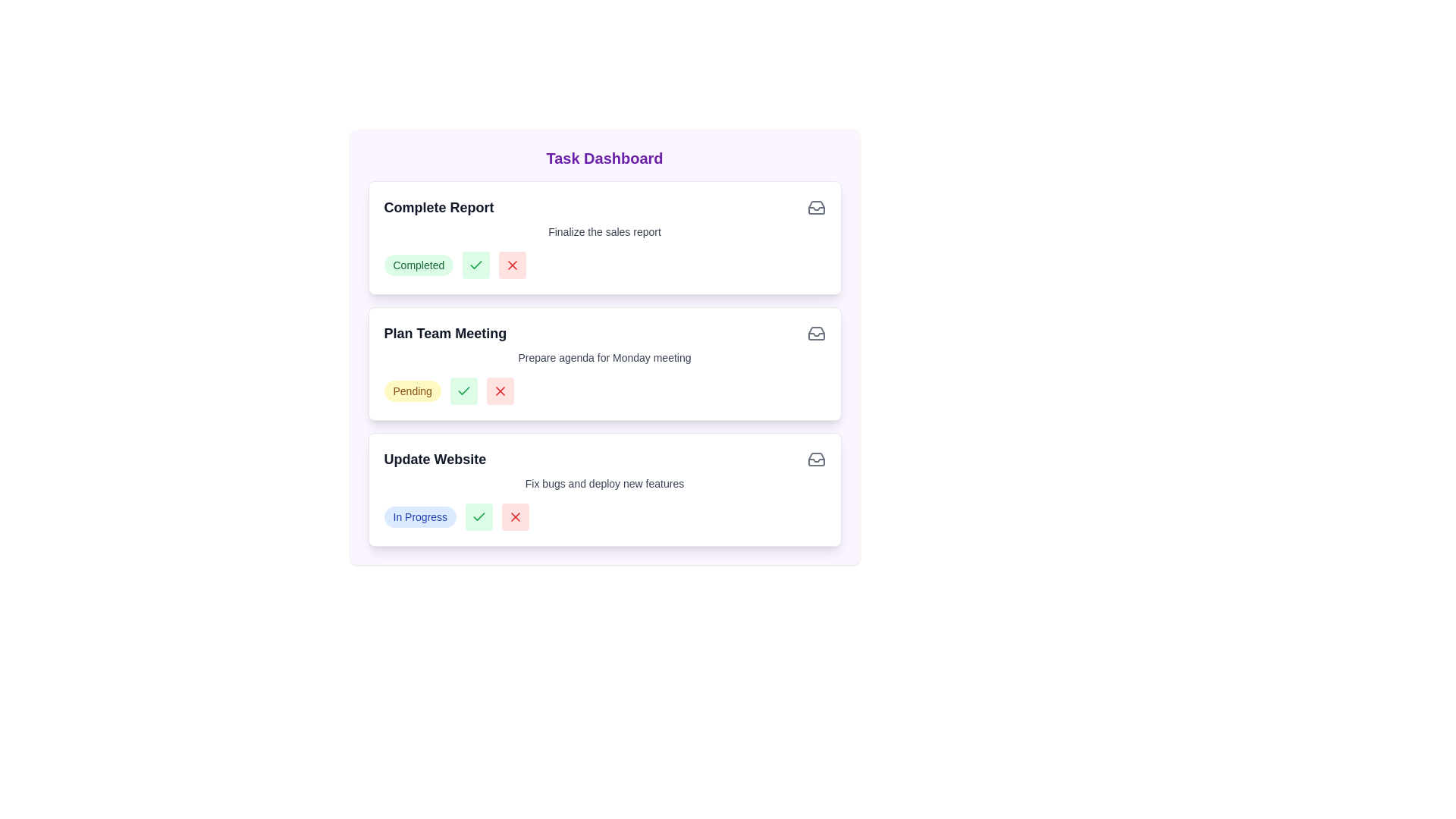  I want to click on the task titled 'Update Website' to view its details, so click(434, 458).